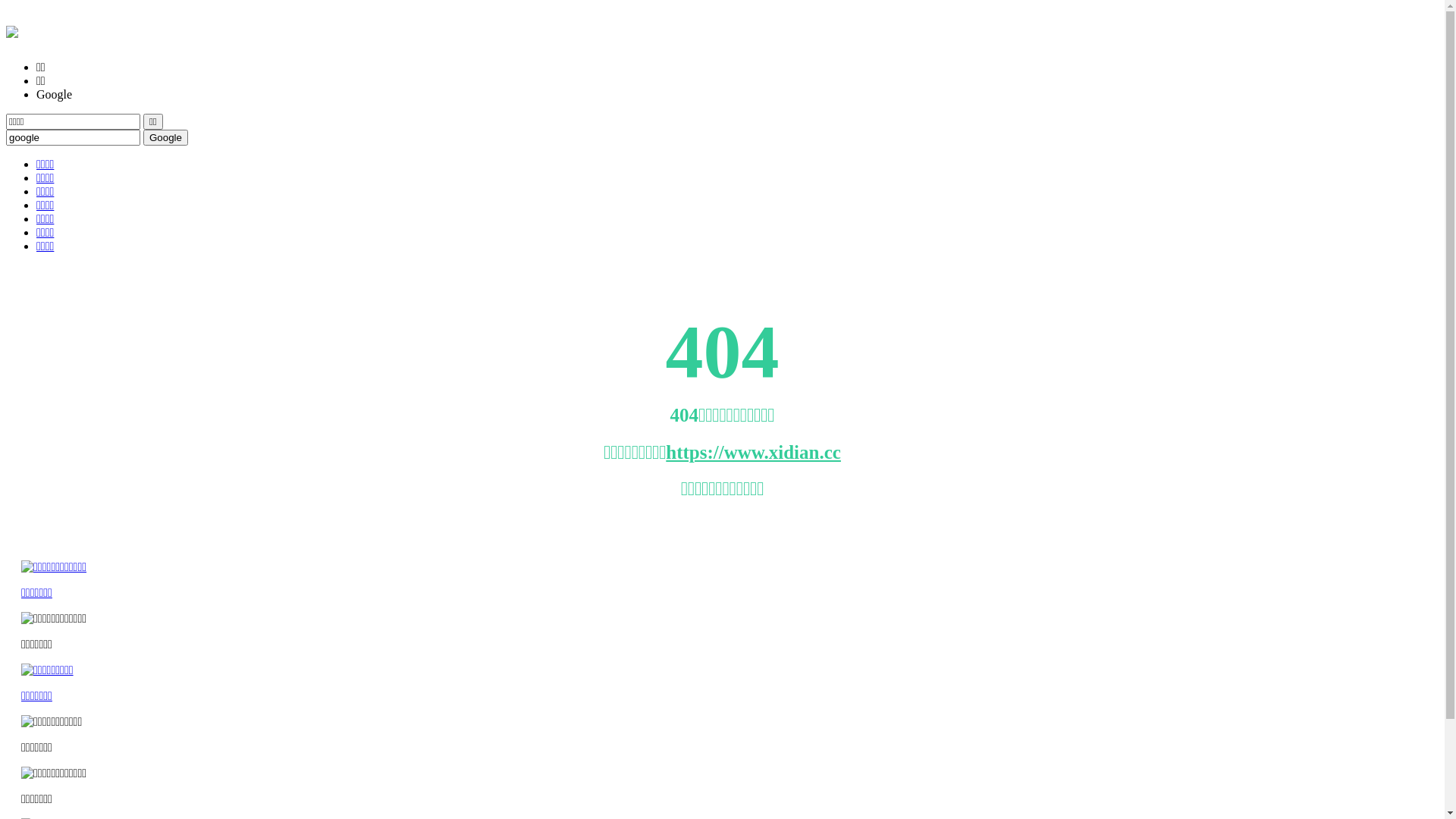  Describe the element at coordinates (753, 451) in the screenshot. I see `'https://www.xidian.cc'` at that location.